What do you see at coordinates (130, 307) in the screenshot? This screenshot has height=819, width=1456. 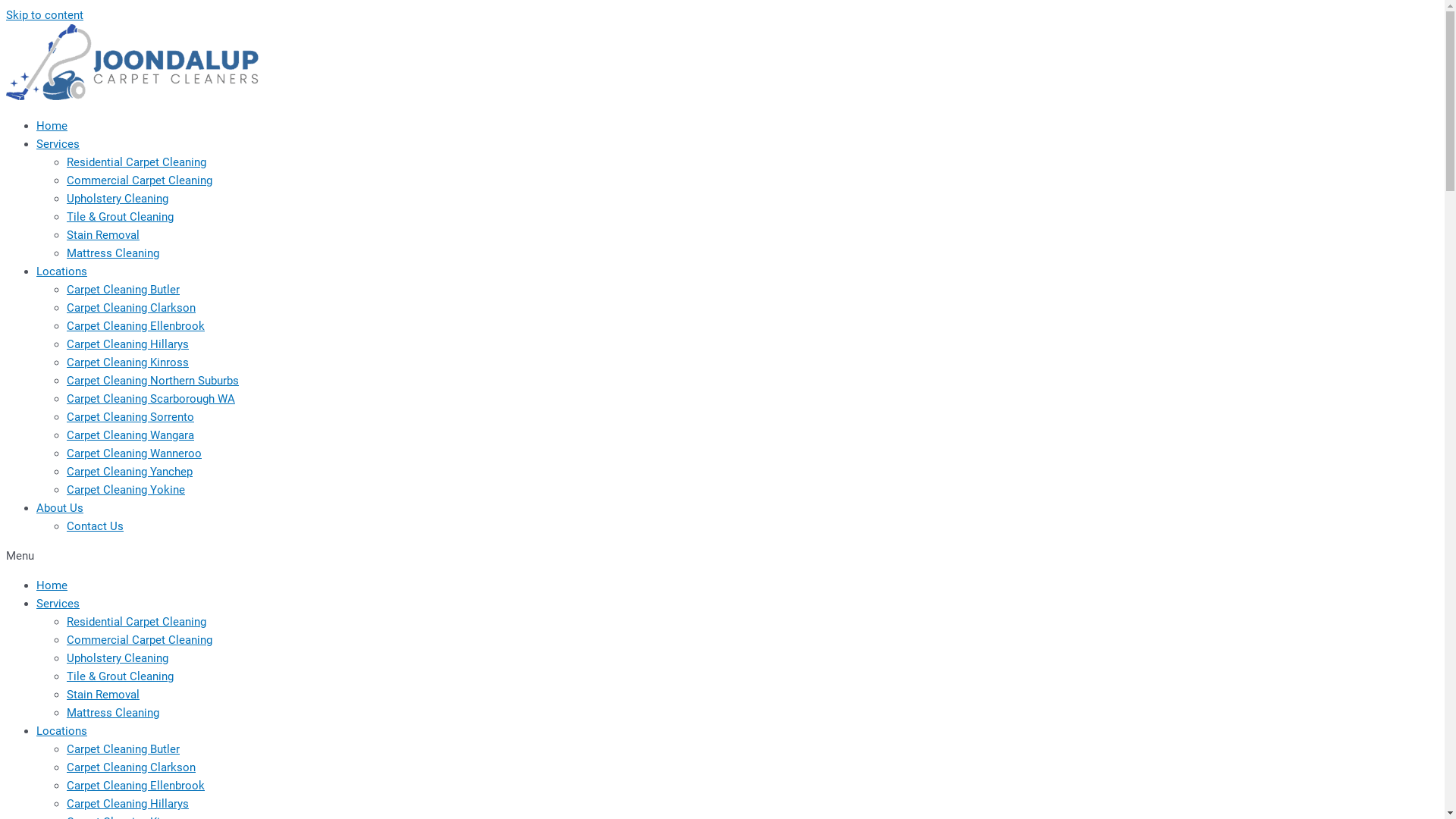 I see `'Carpet Cleaning Clarkson'` at bounding box center [130, 307].